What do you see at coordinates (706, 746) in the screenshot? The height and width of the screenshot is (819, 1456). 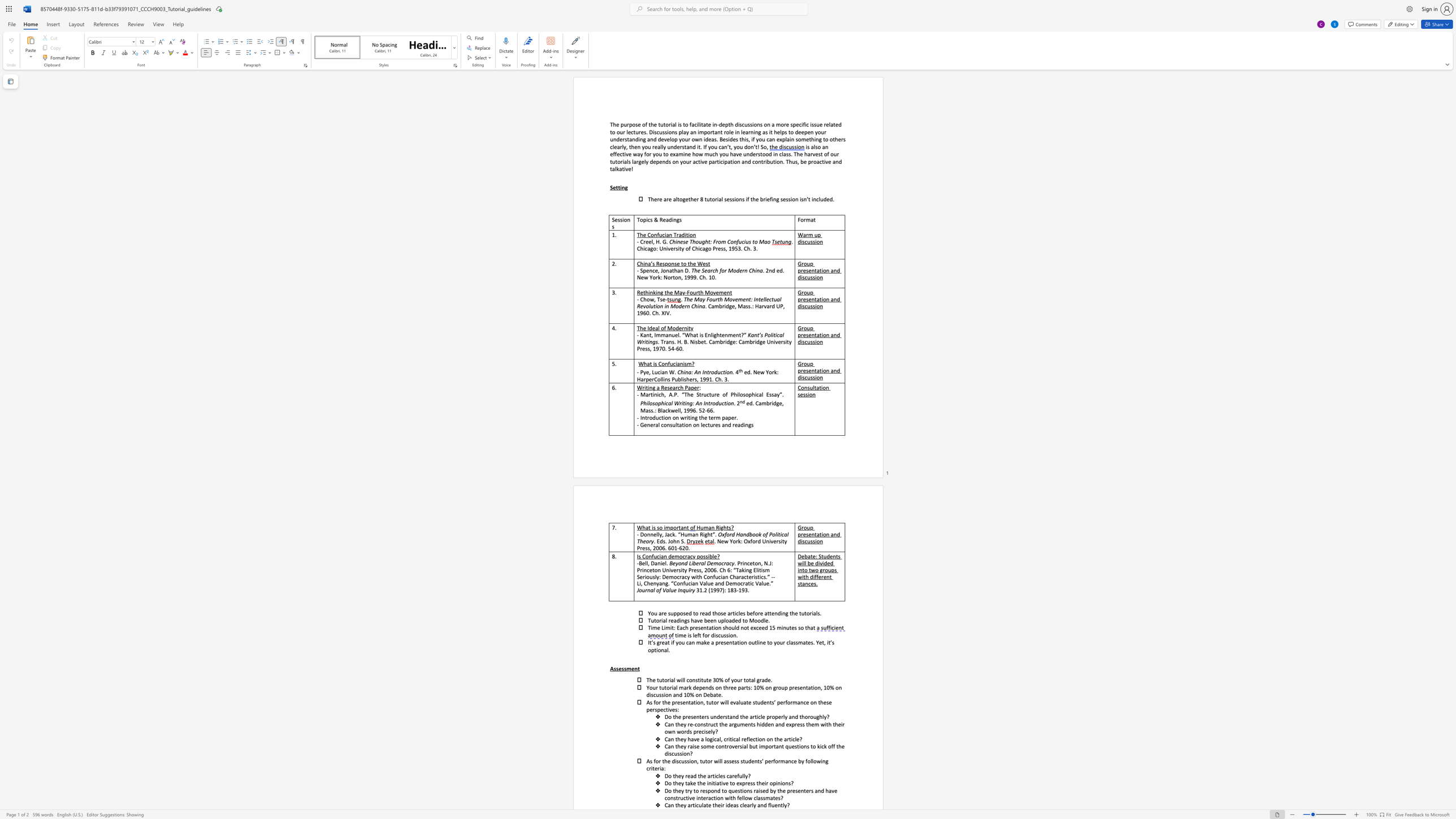 I see `the subset text "me controversi" within the text "Can they raise some controversial but important questions to kick off the discussion?"` at bounding box center [706, 746].